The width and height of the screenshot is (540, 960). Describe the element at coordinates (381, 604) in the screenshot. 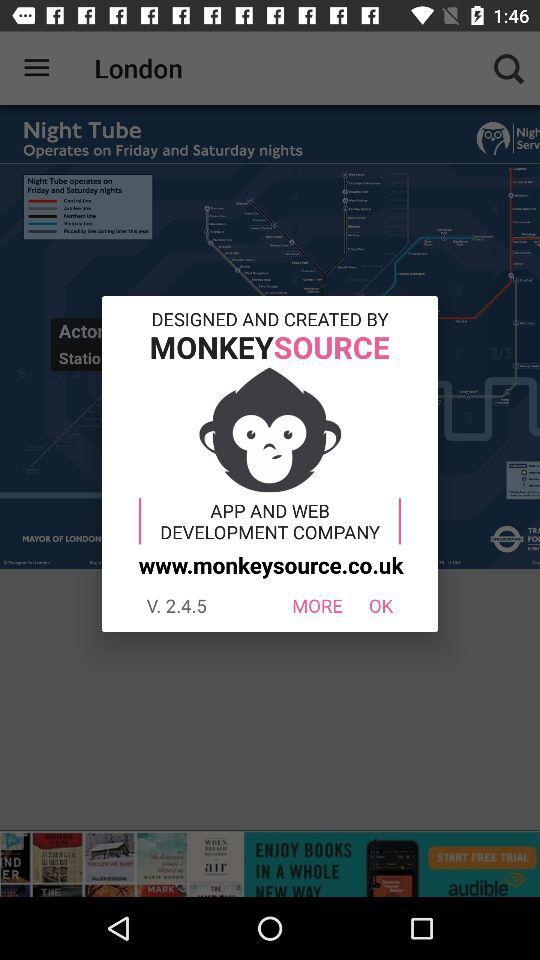

I see `icon to the right of the more icon` at that location.